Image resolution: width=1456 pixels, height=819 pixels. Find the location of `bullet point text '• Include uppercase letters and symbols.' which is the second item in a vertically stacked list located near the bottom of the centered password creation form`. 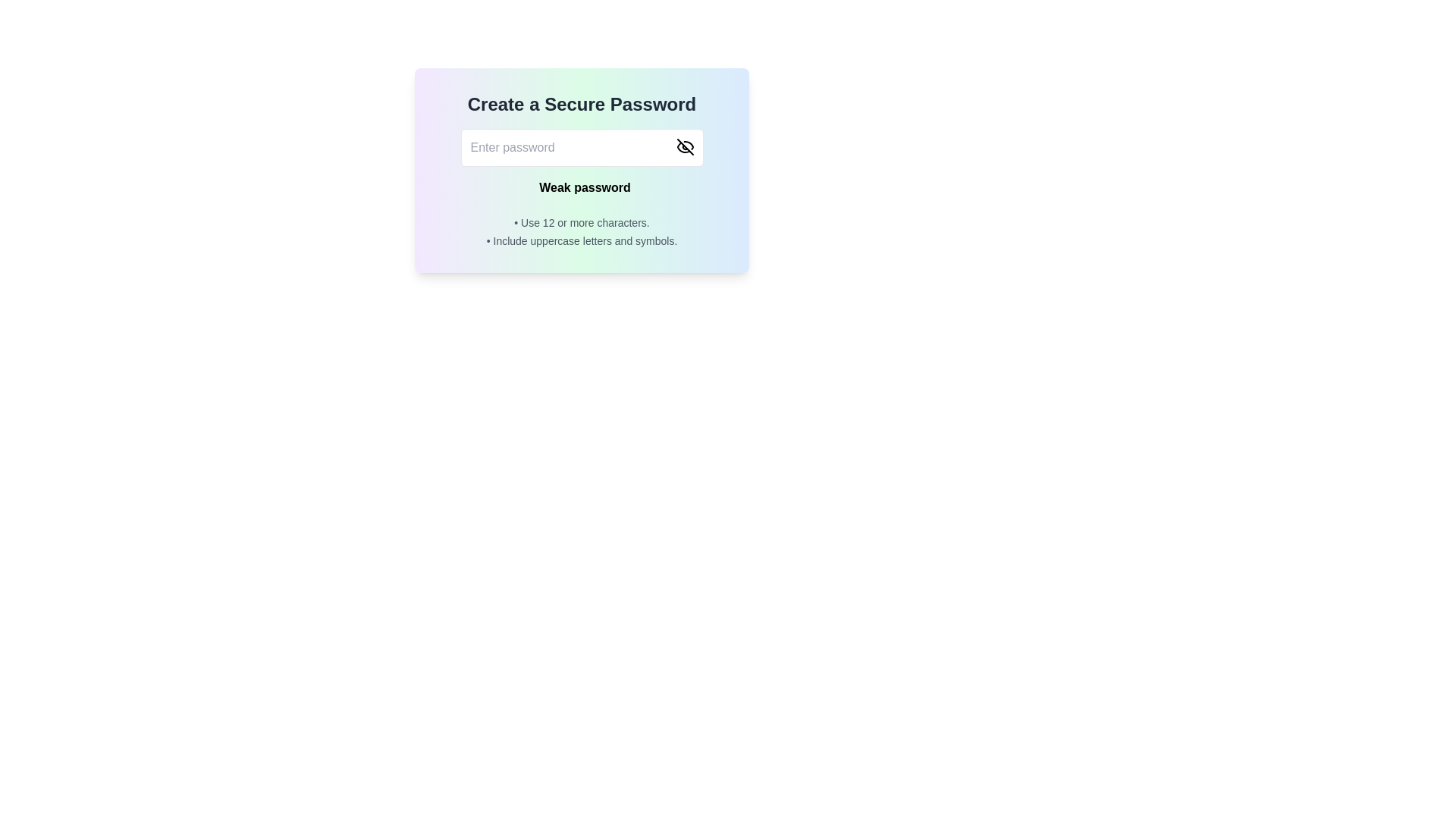

bullet point text '• Include uppercase letters and symbols.' which is the second item in a vertically stacked list located near the bottom of the centered password creation form is located at coordinates (581, 240).